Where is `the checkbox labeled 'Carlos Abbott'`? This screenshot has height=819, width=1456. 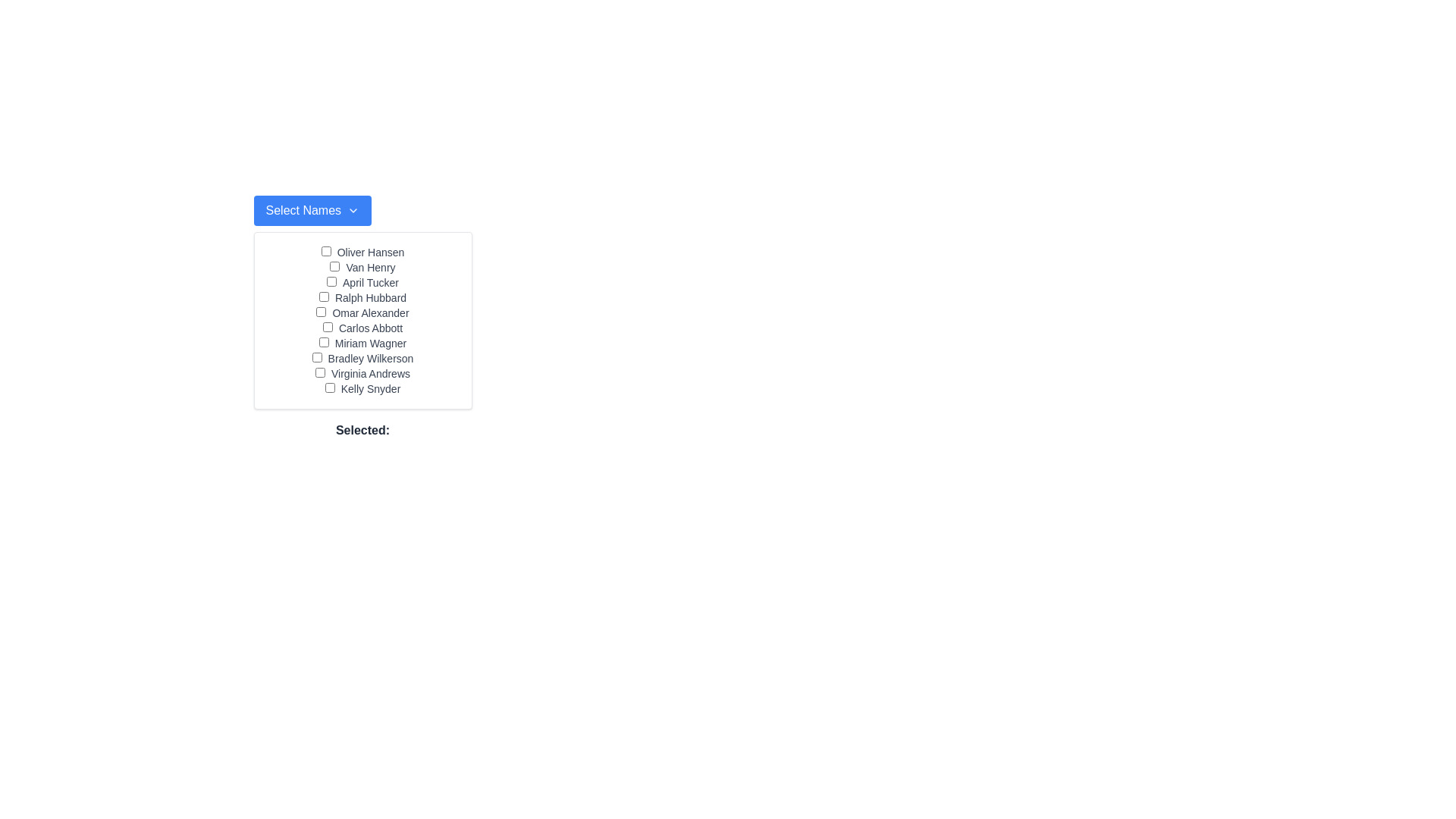
the checkbox labeled 'Carlos Abbott' is located at coordinates (362, 327).